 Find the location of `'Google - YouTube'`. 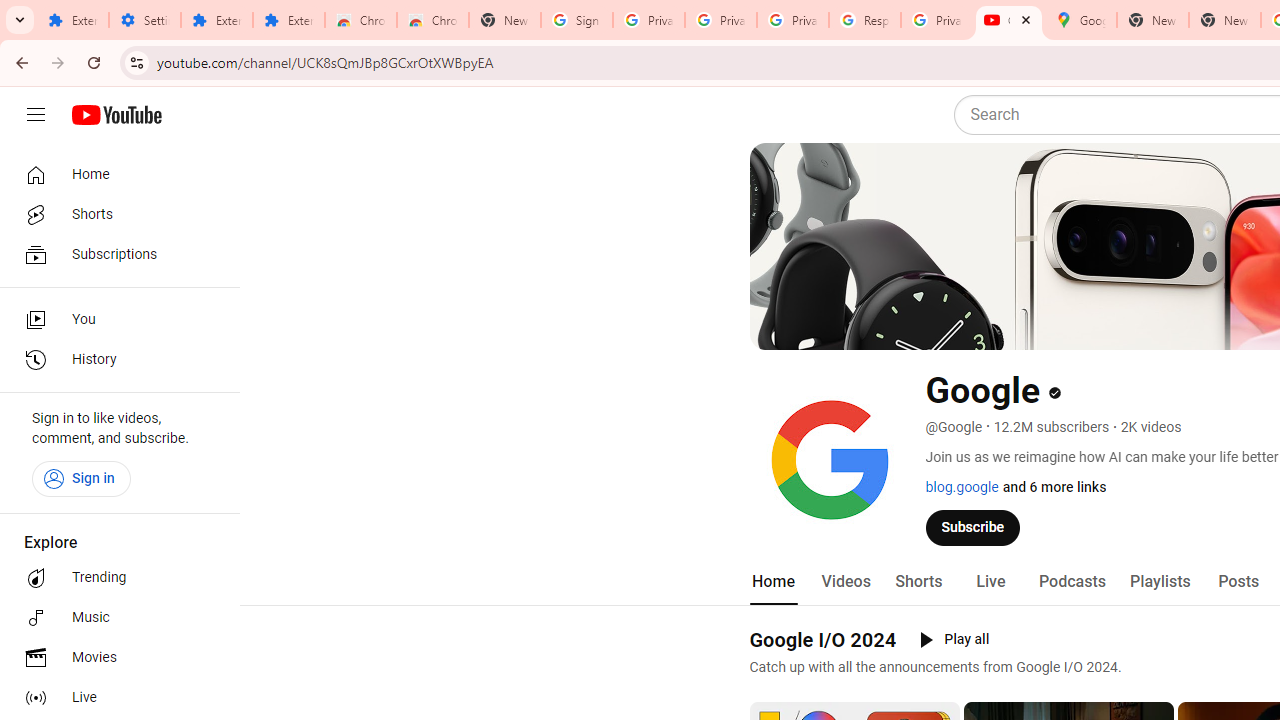

'Google - YouTube' is located at coordinates (1008, 20).